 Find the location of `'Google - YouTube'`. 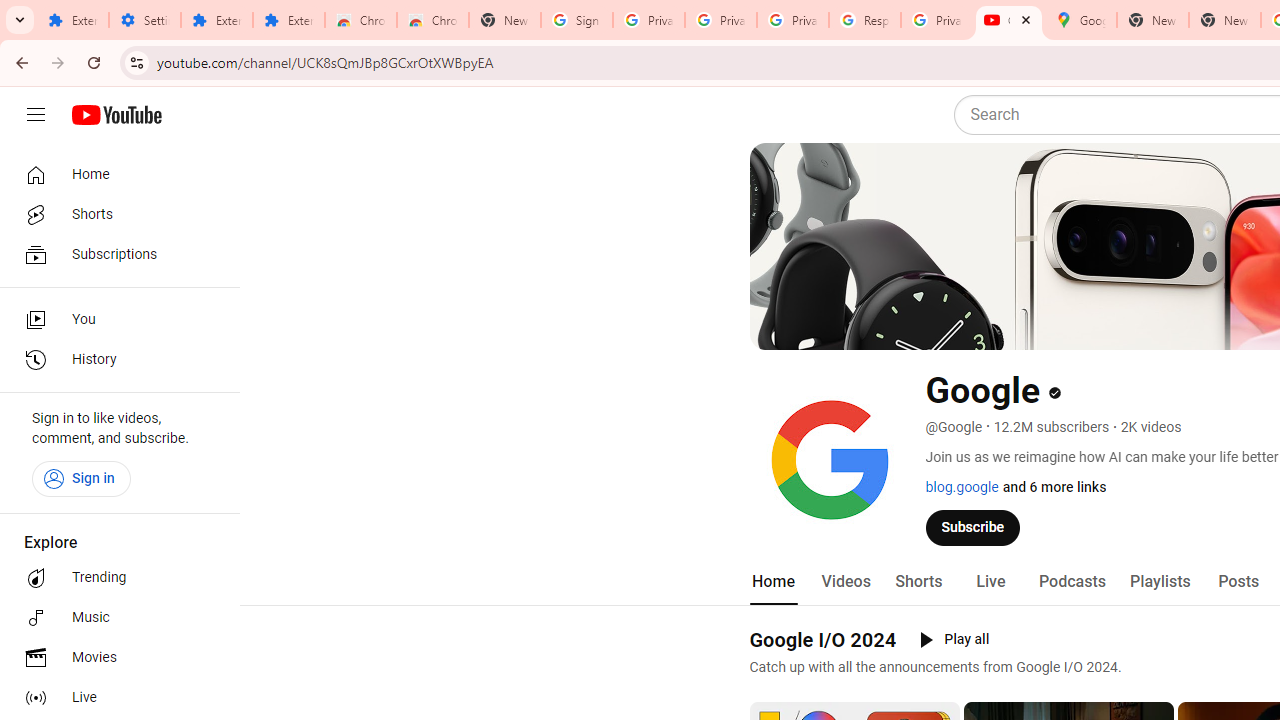

'Google - YouTube' is located at coordinates (1008, 20).